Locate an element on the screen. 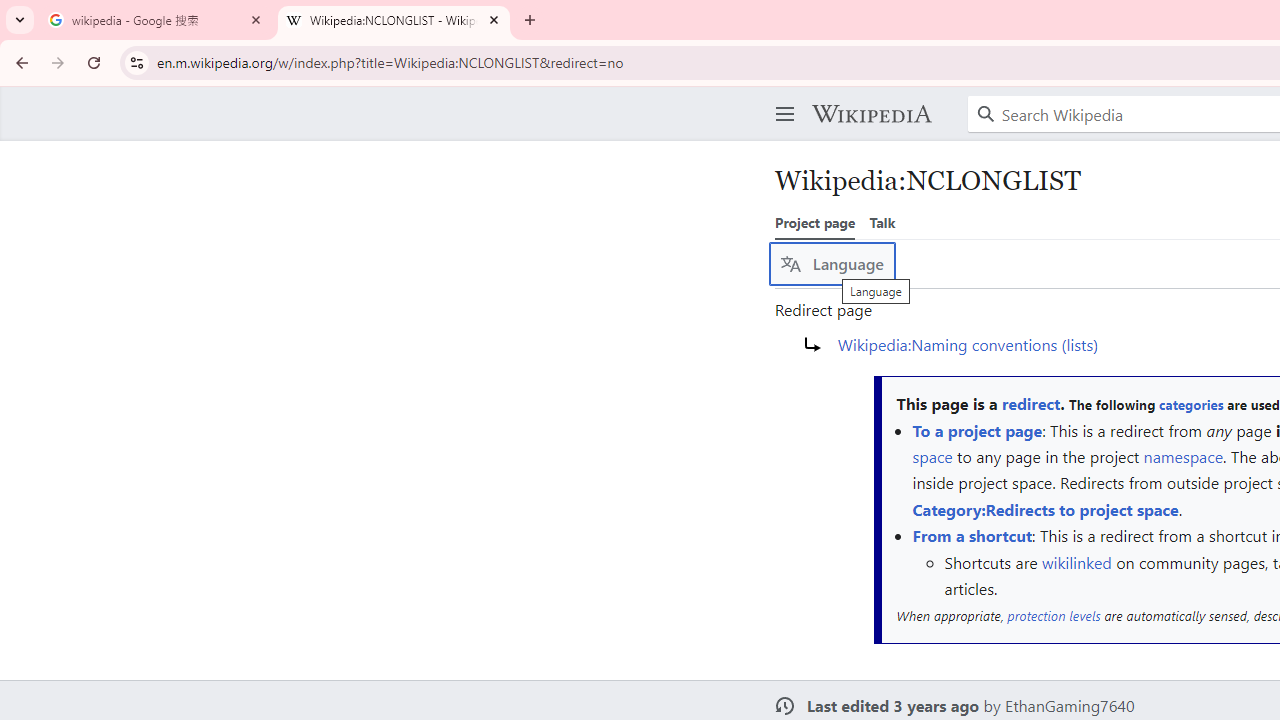 The height and width of the screenshot is (720, 1280). 'wikilinked' is located at coordinates (1075, 561).